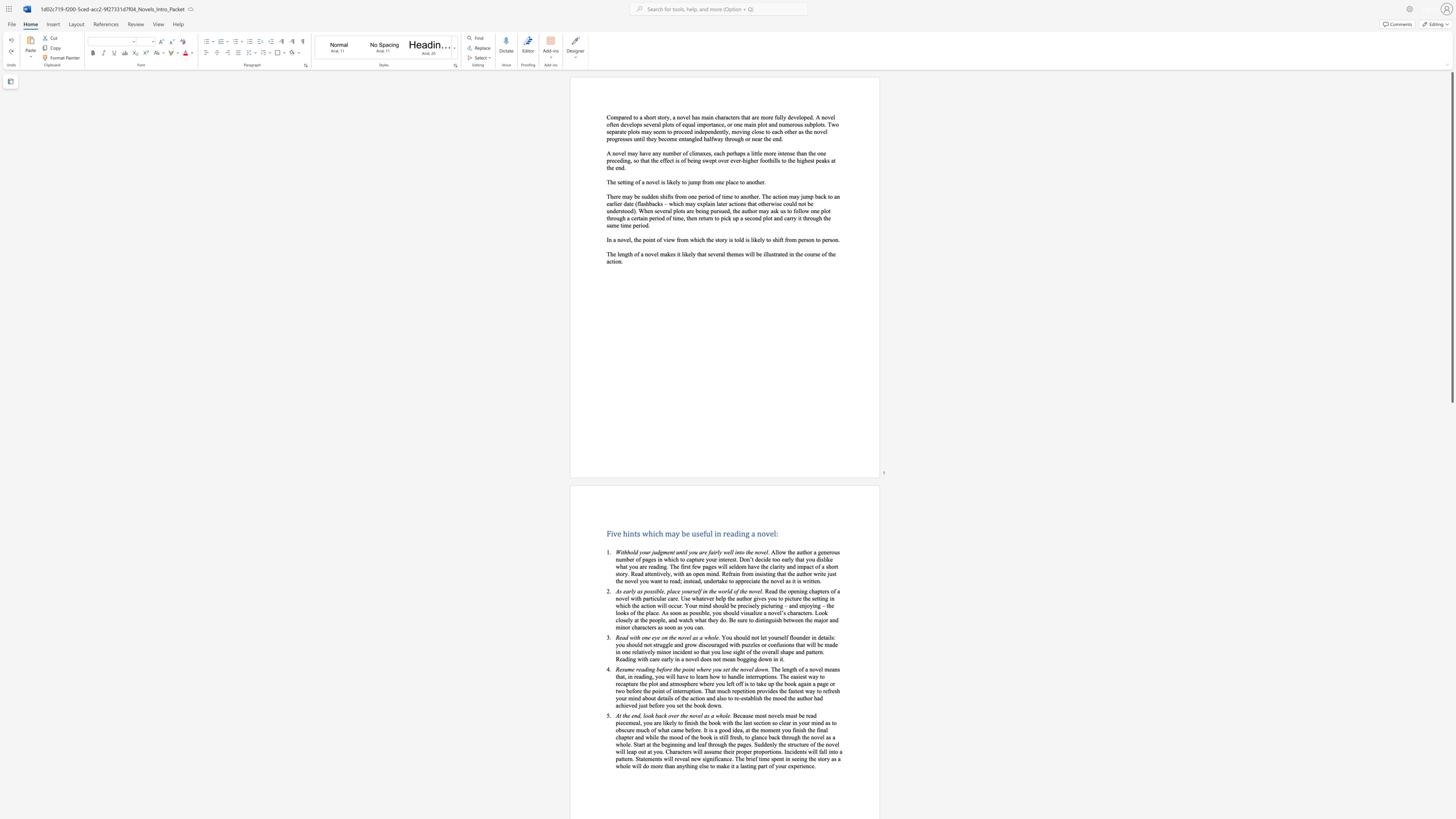 The image size is (1456, 819). I want to click on the subset text "dependently, moving close to each other as the novel progresses until they become entangled hal" within the text "Compared to a short story, a novel has main characters that are more fully developed. A novel often develops several plots of equal importance, or one main plot and numerous subplots. Two separate plots may seem to proceed independently, moving close to each other as the novel progresses until they become entangled halfway through or near the end.", so click(699, 131).